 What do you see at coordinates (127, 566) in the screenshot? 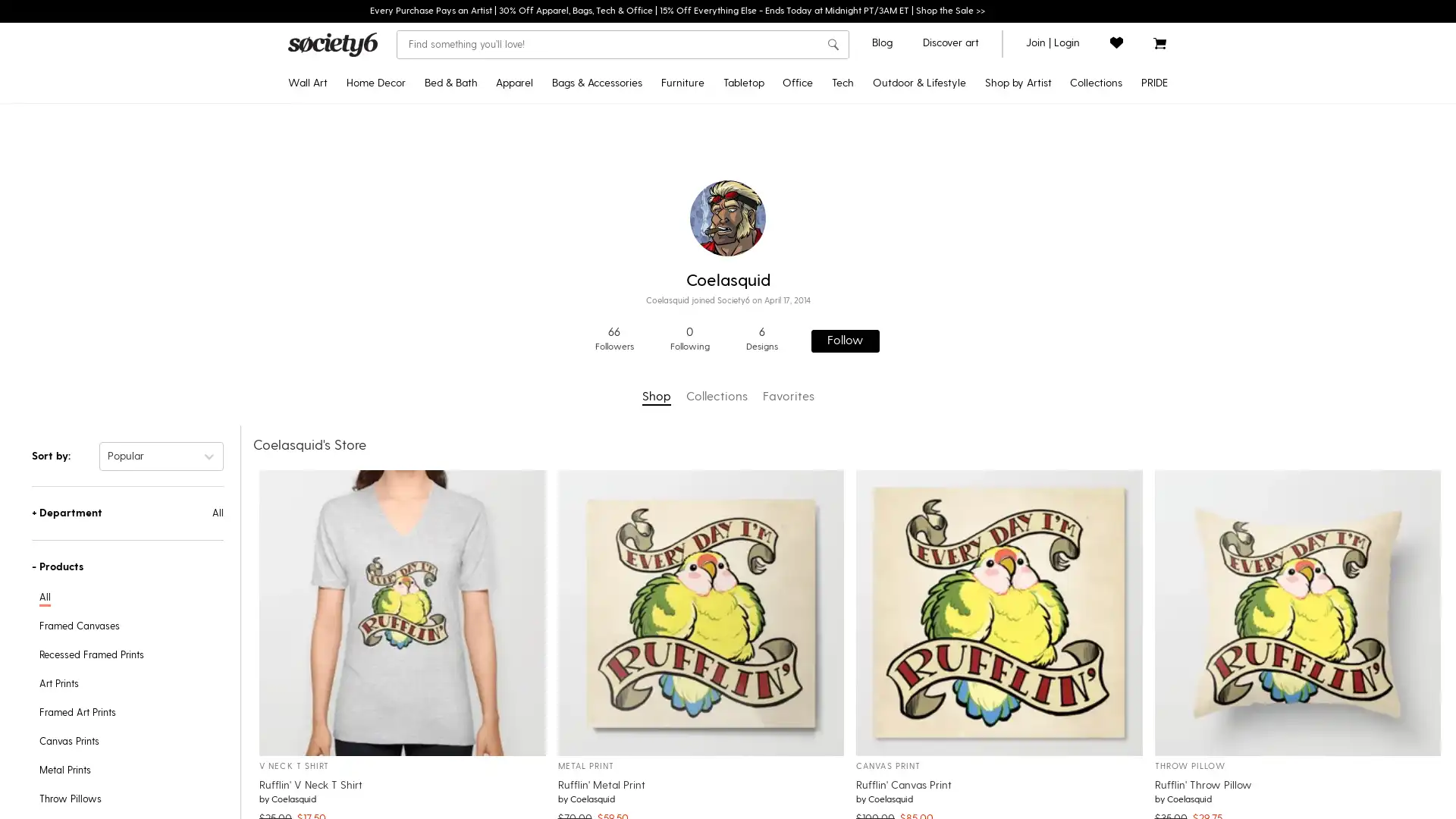
I see `-Products` at bounding box center [127, 566].